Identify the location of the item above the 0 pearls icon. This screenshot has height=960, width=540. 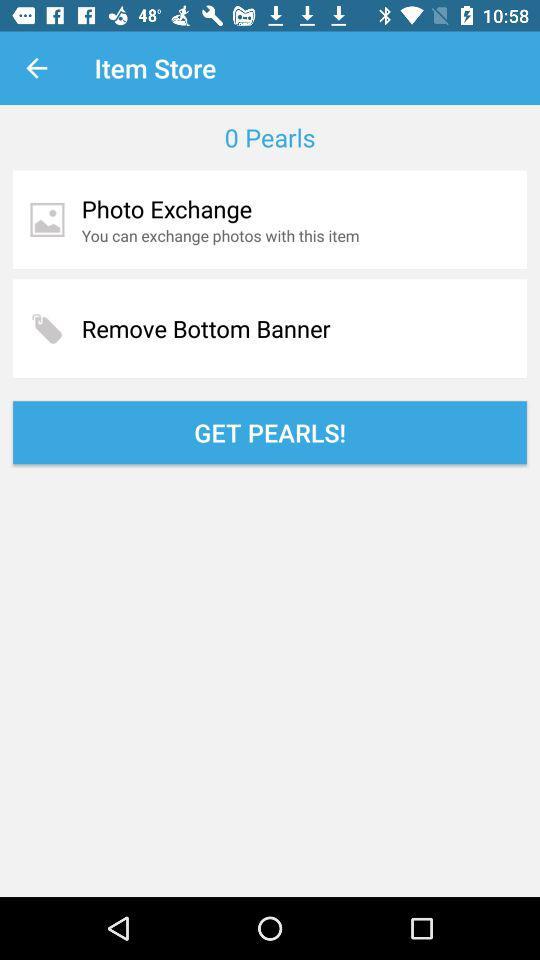
(36, 68).